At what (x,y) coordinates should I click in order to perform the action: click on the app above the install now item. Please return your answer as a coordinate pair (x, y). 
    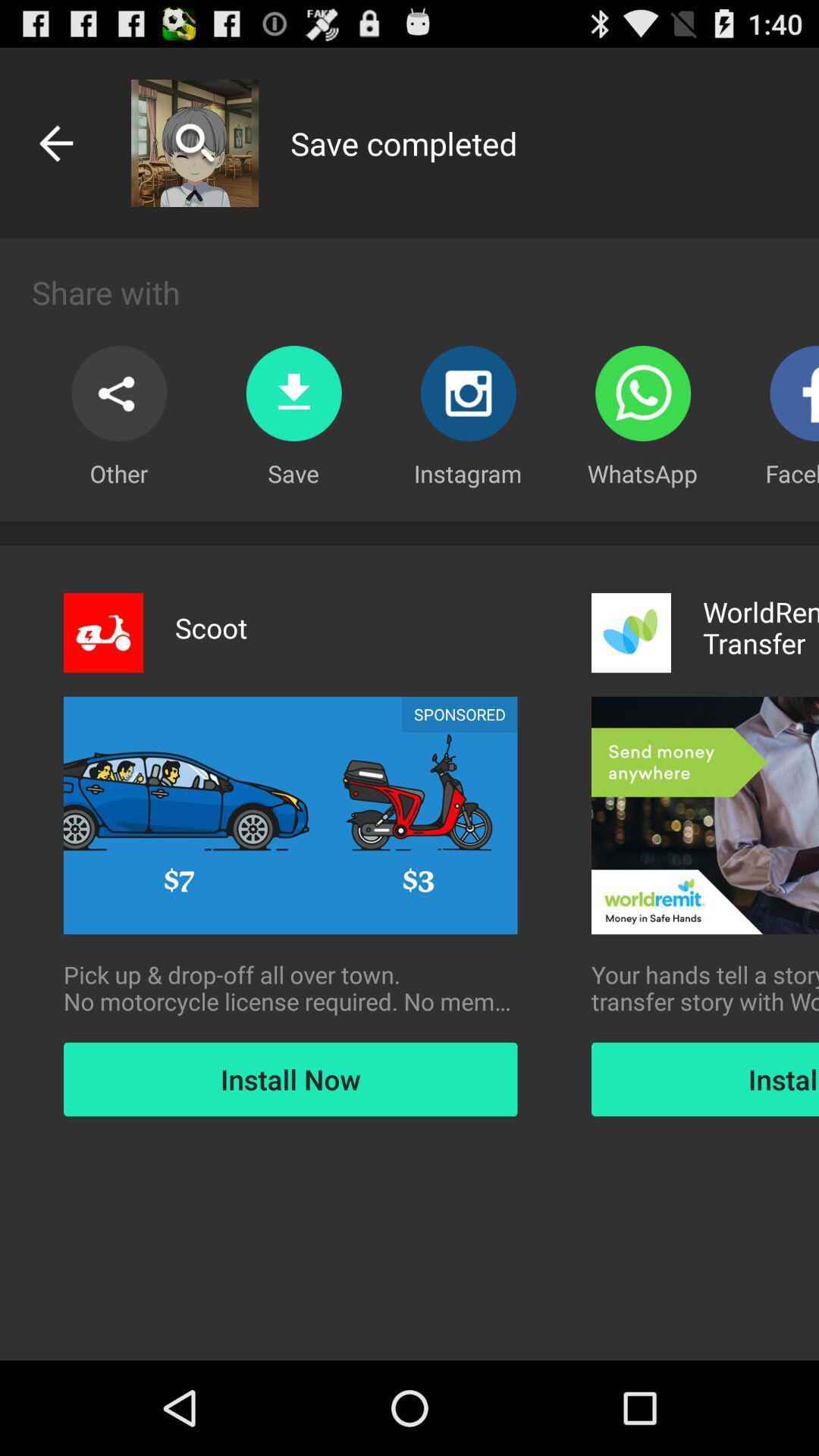
    Looking at the image, I should click on (290, 988).